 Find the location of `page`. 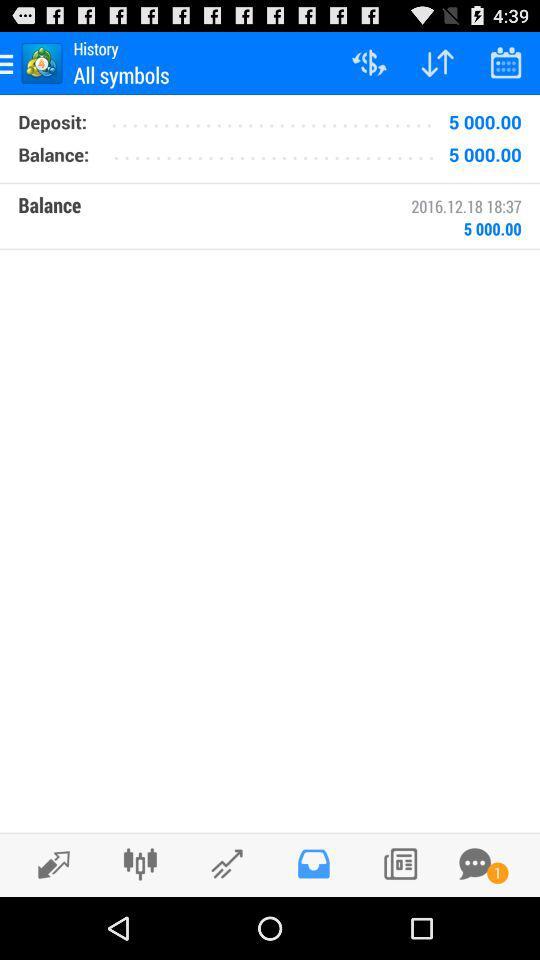

page is located at coordinates (48, 863).